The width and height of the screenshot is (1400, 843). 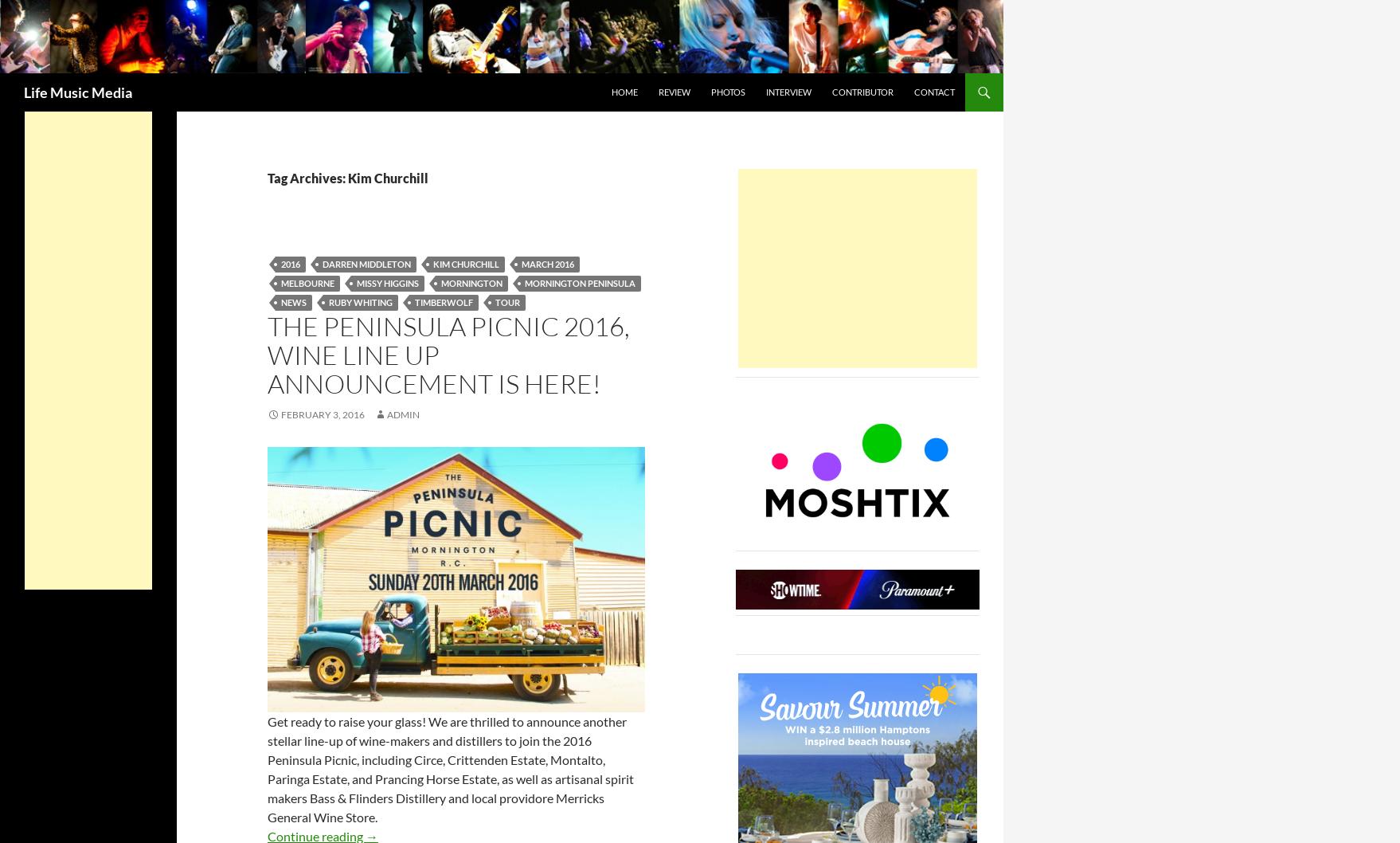 What do you see at coordinates (77, 91) in the screenshot?
I see `'Life Music Media'` at bounding box center [77, 91].